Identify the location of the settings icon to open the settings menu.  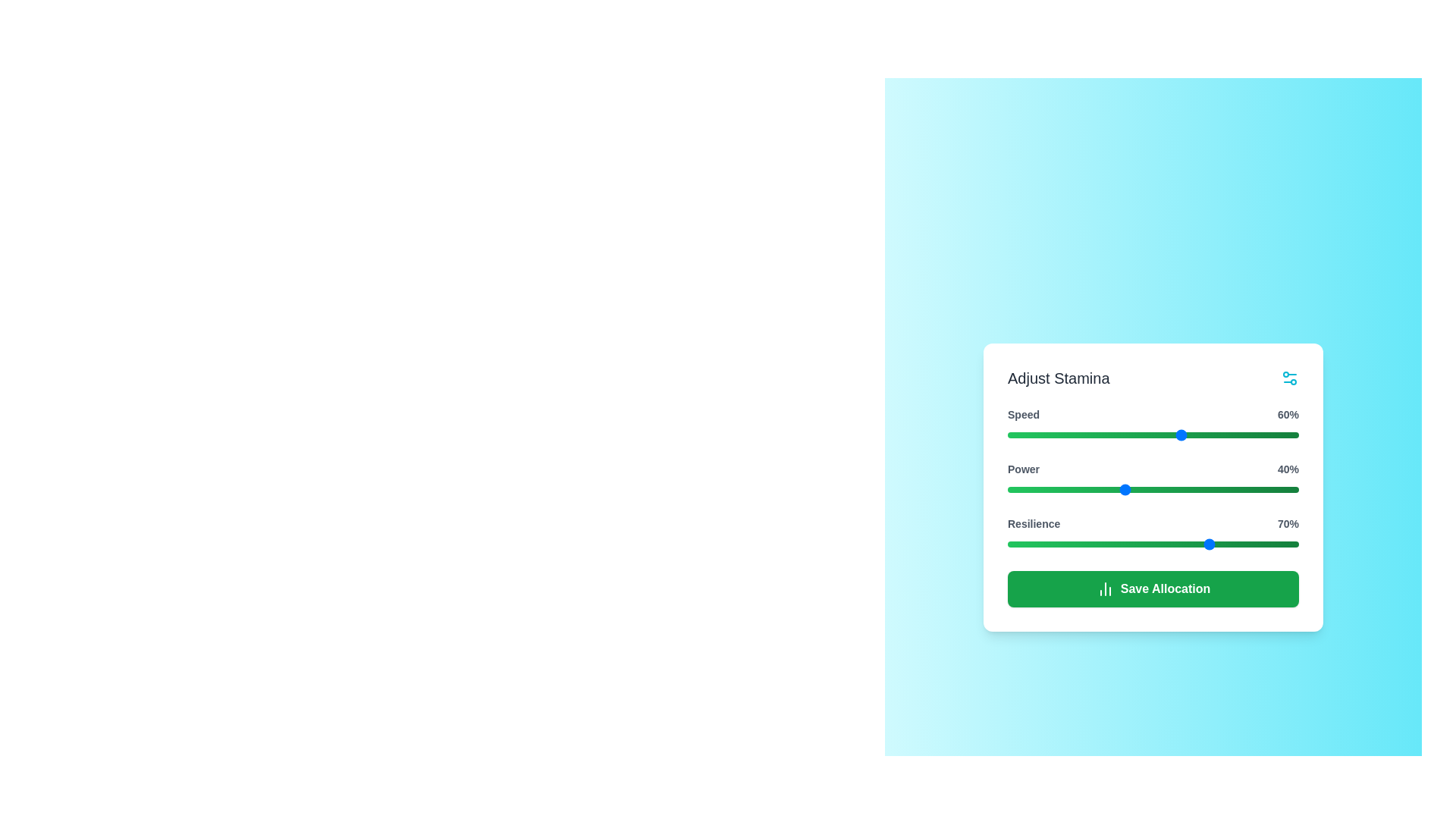
(1288, 377).